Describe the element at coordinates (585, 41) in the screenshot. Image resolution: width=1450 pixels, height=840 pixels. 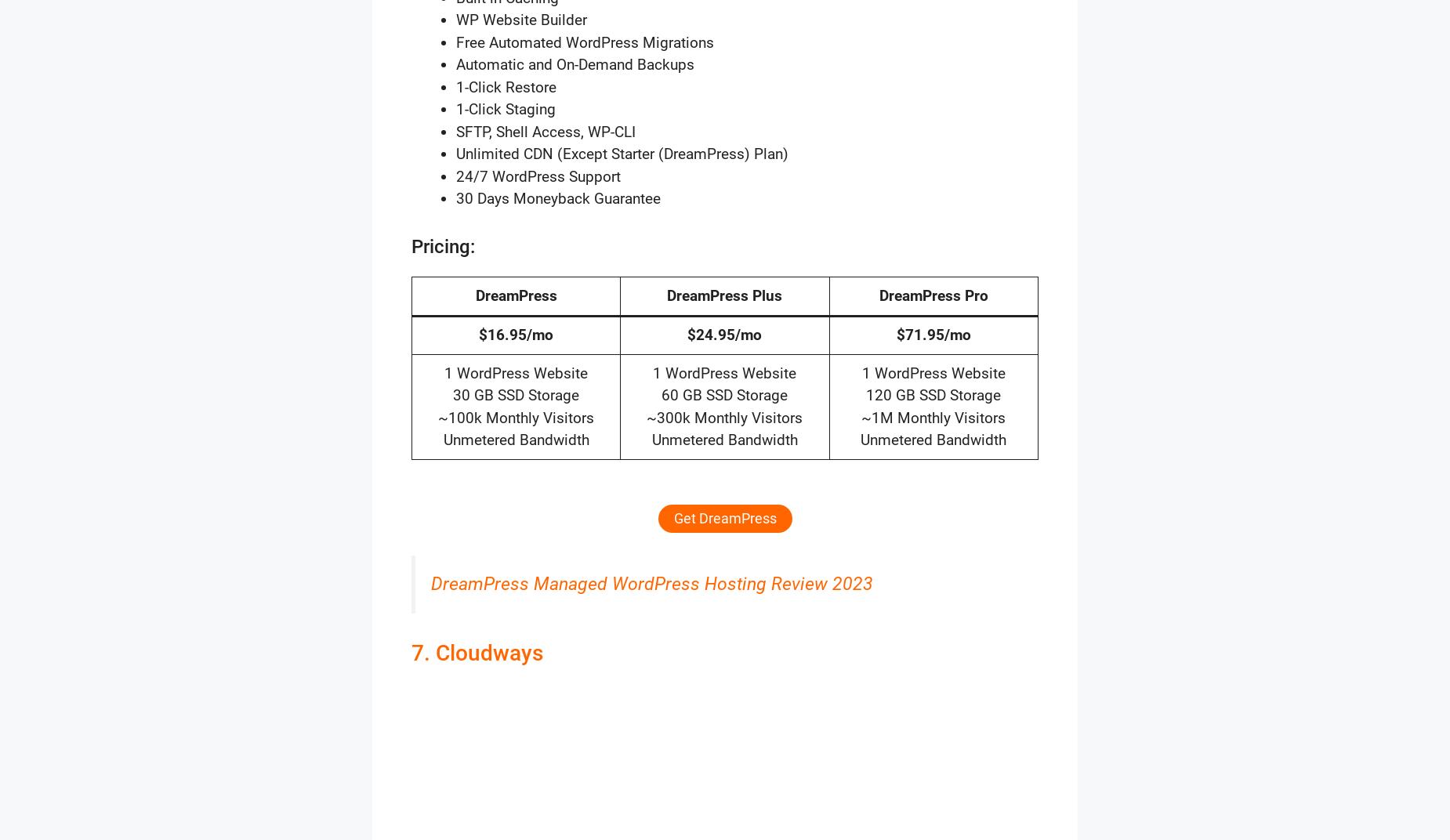
I see `'Free Automated WordPress Migrations'` at that location.